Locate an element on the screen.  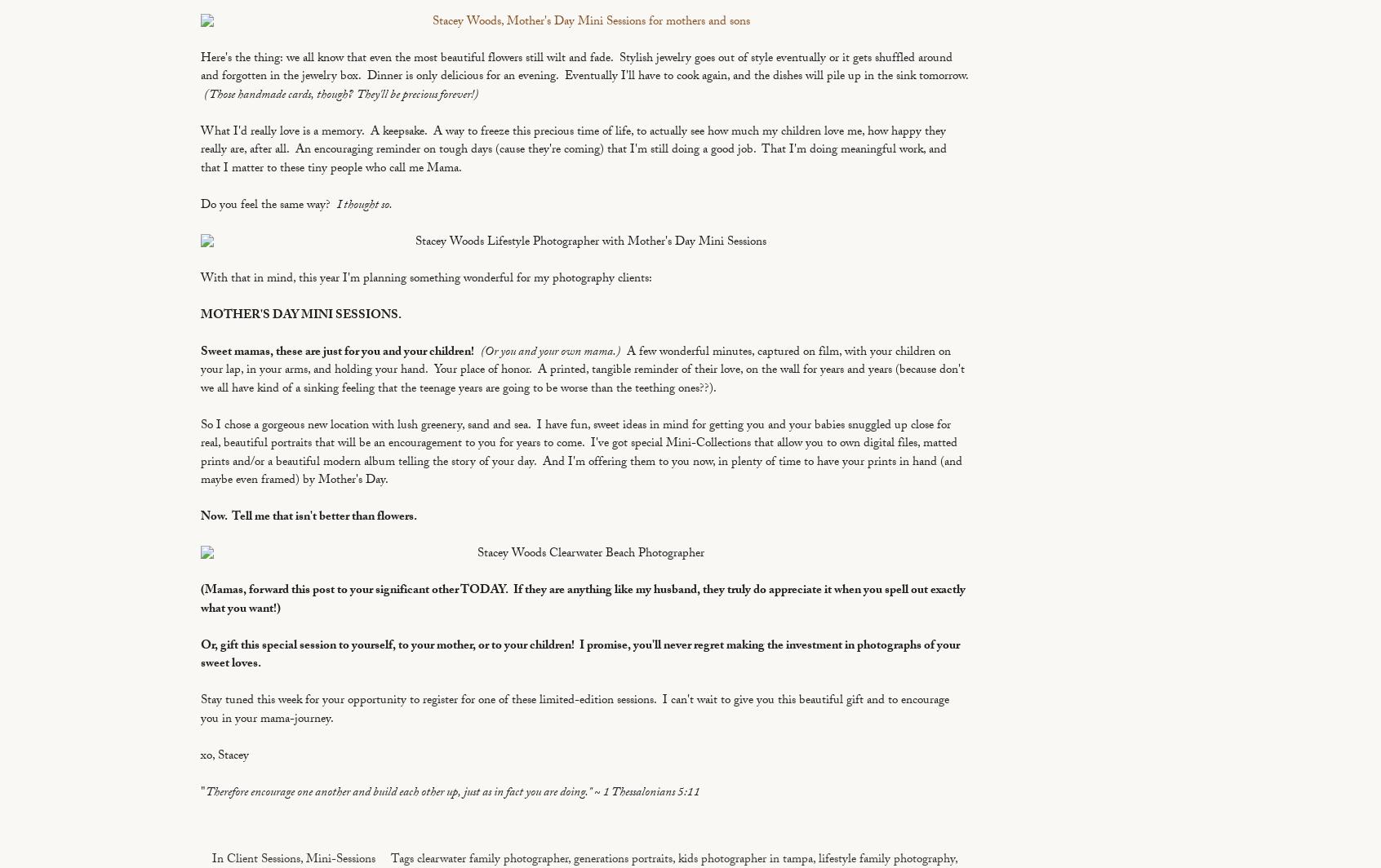
'With that in mind, this year I'm planning something wonderful for my photography clients:' is located at coordinates (426, 278).